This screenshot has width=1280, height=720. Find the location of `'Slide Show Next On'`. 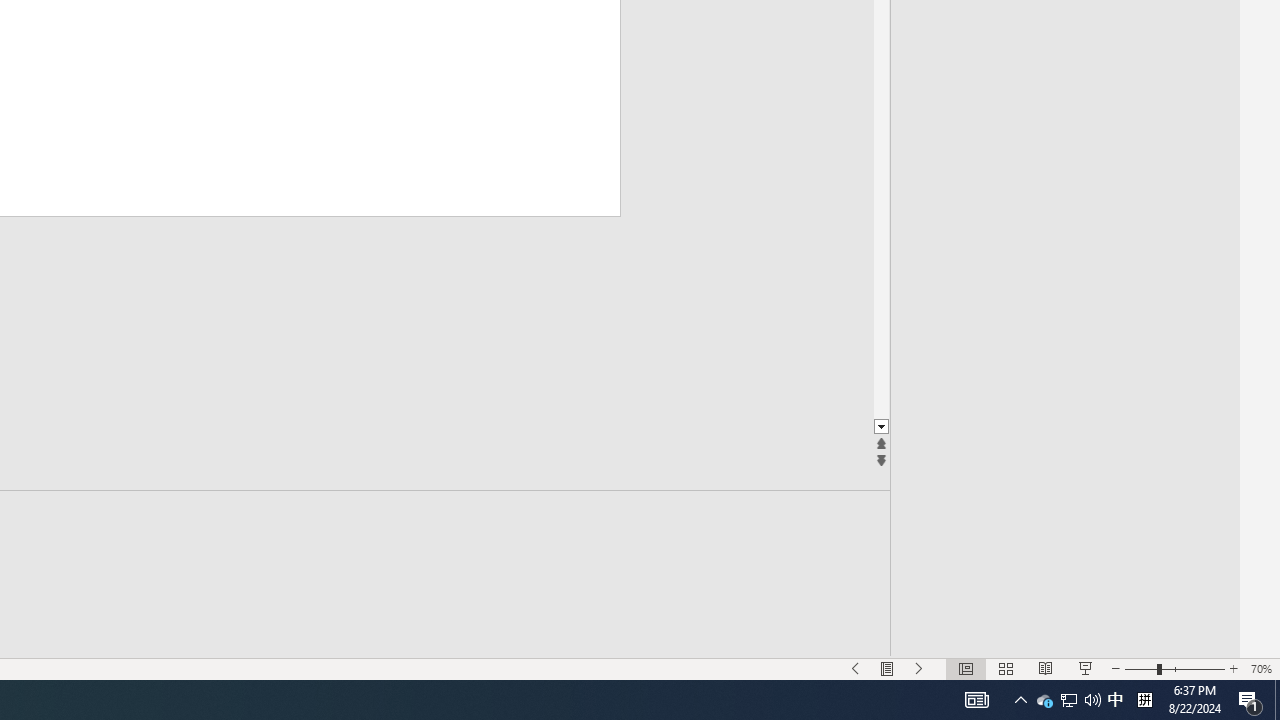

'Slide Show Next On' is located at coordinates (918, 669).